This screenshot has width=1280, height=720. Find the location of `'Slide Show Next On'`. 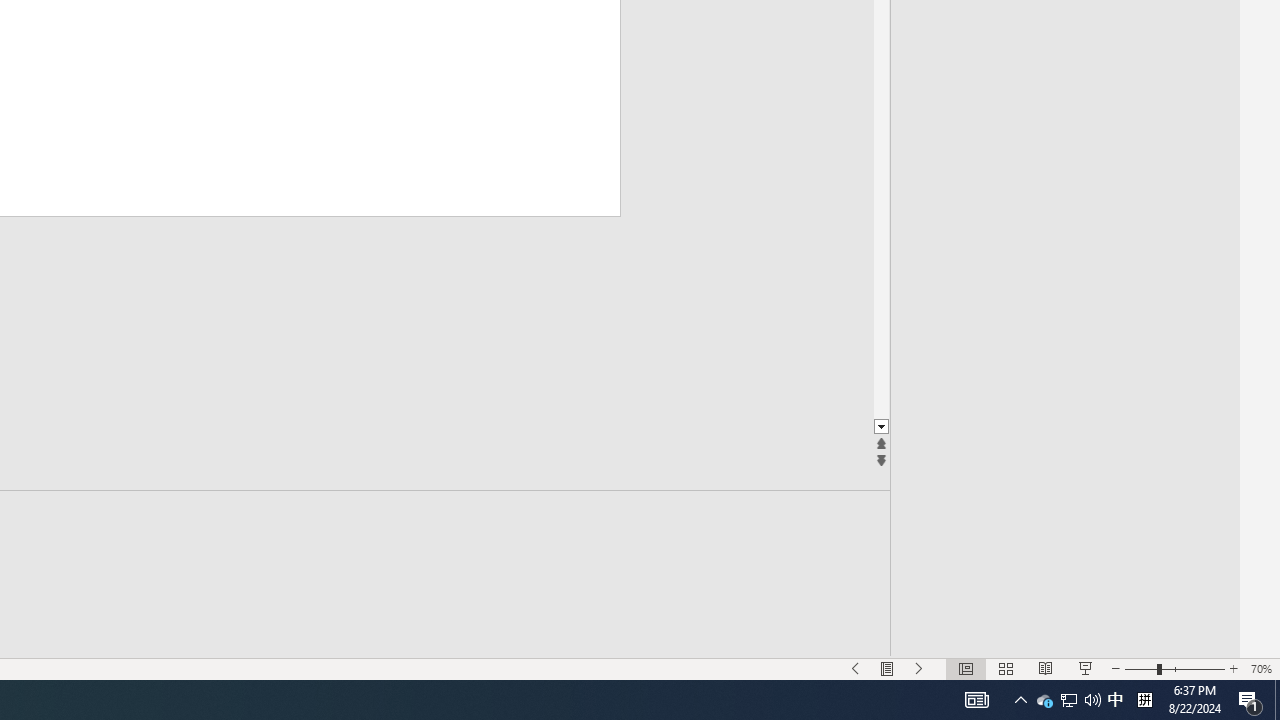

'Slide Show Next On' is located at coordinates (918, 669).